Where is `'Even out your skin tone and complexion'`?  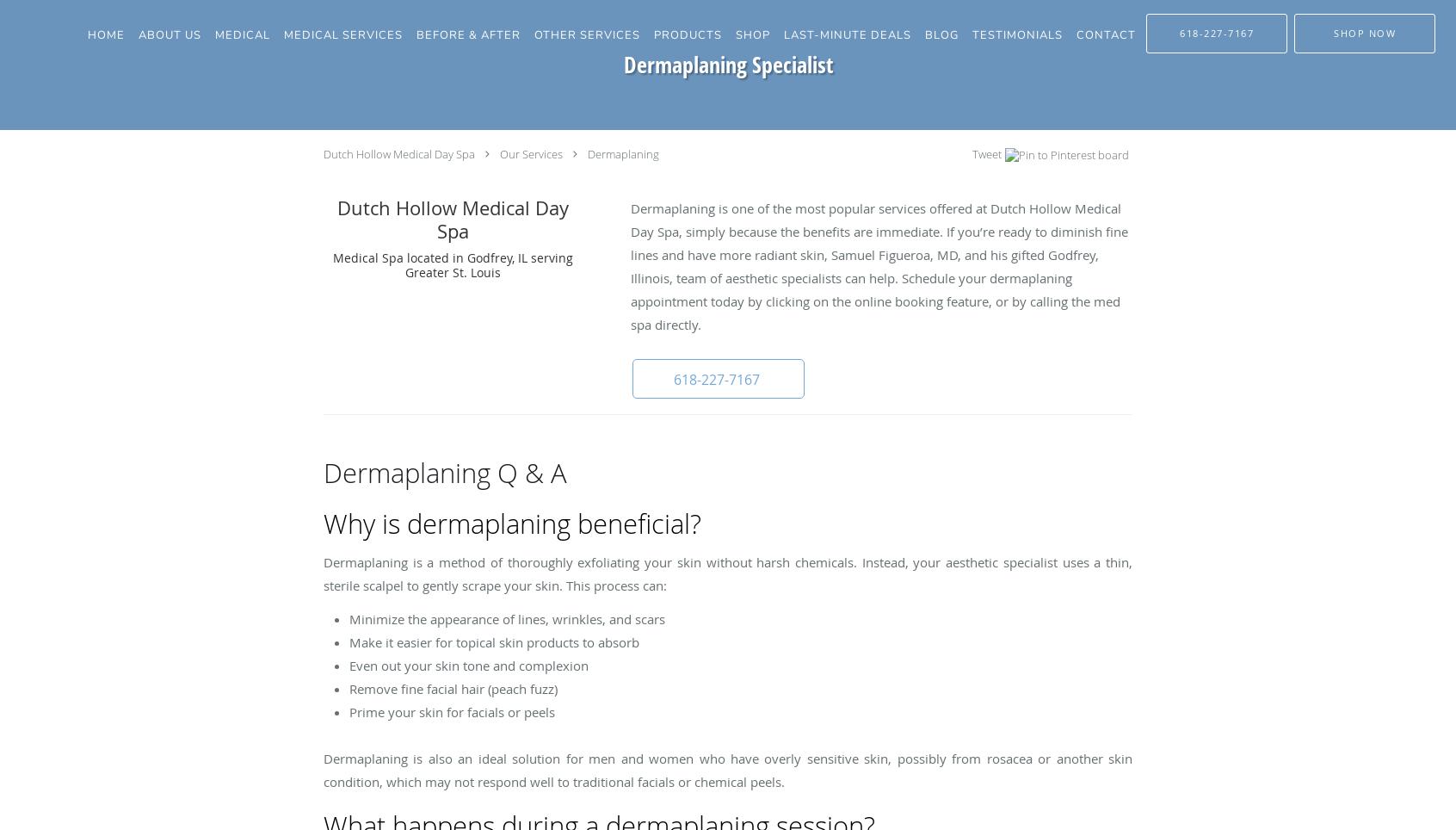
'Even out your skin tone and complexion' is located at coordinates (468, 666).